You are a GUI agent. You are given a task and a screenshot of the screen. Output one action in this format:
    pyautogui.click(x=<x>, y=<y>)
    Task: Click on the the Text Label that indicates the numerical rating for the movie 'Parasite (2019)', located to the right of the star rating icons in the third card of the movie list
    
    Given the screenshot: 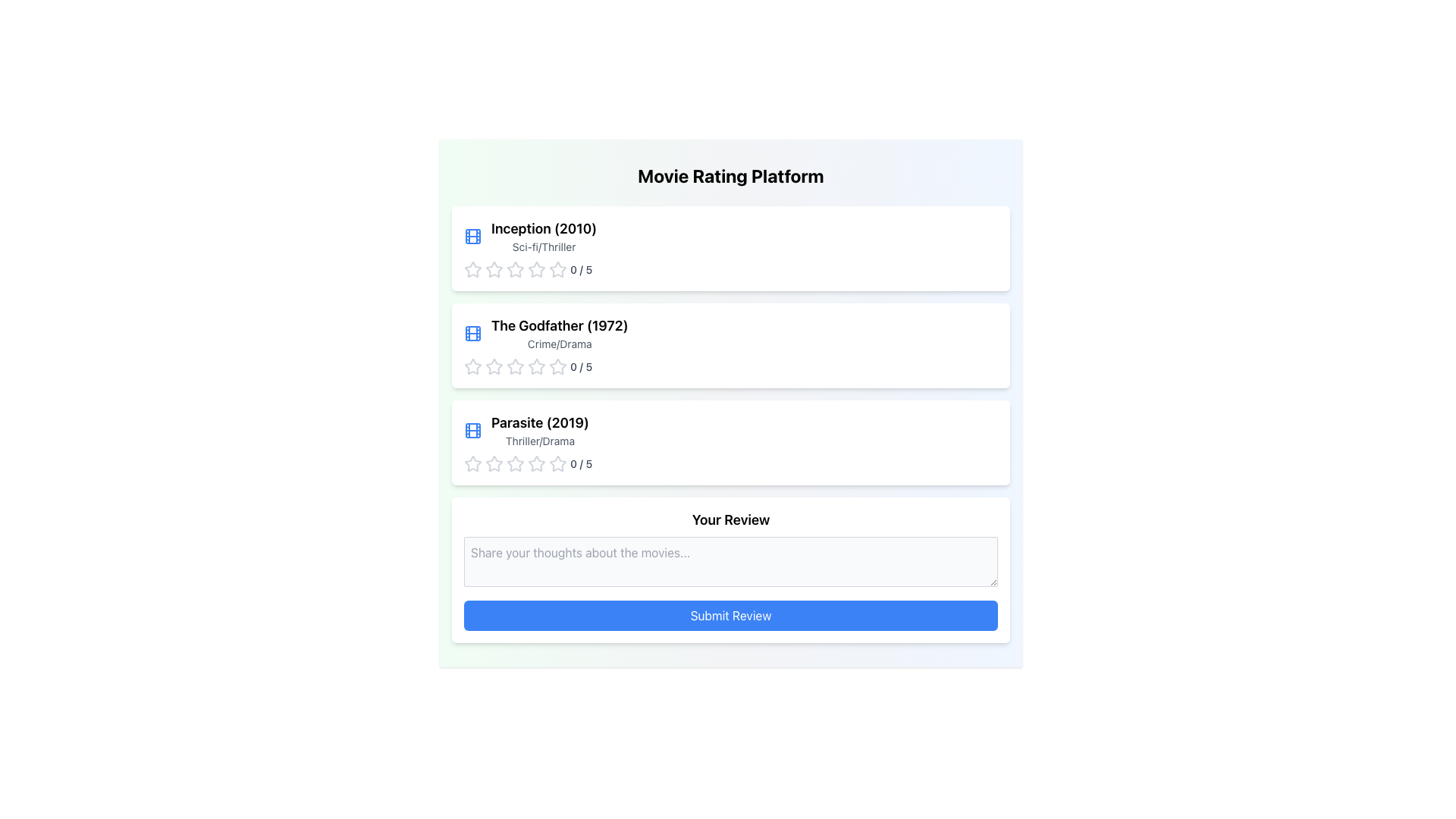 What is the action you would take?
    pyautogui.click(x=580, y=463)
    